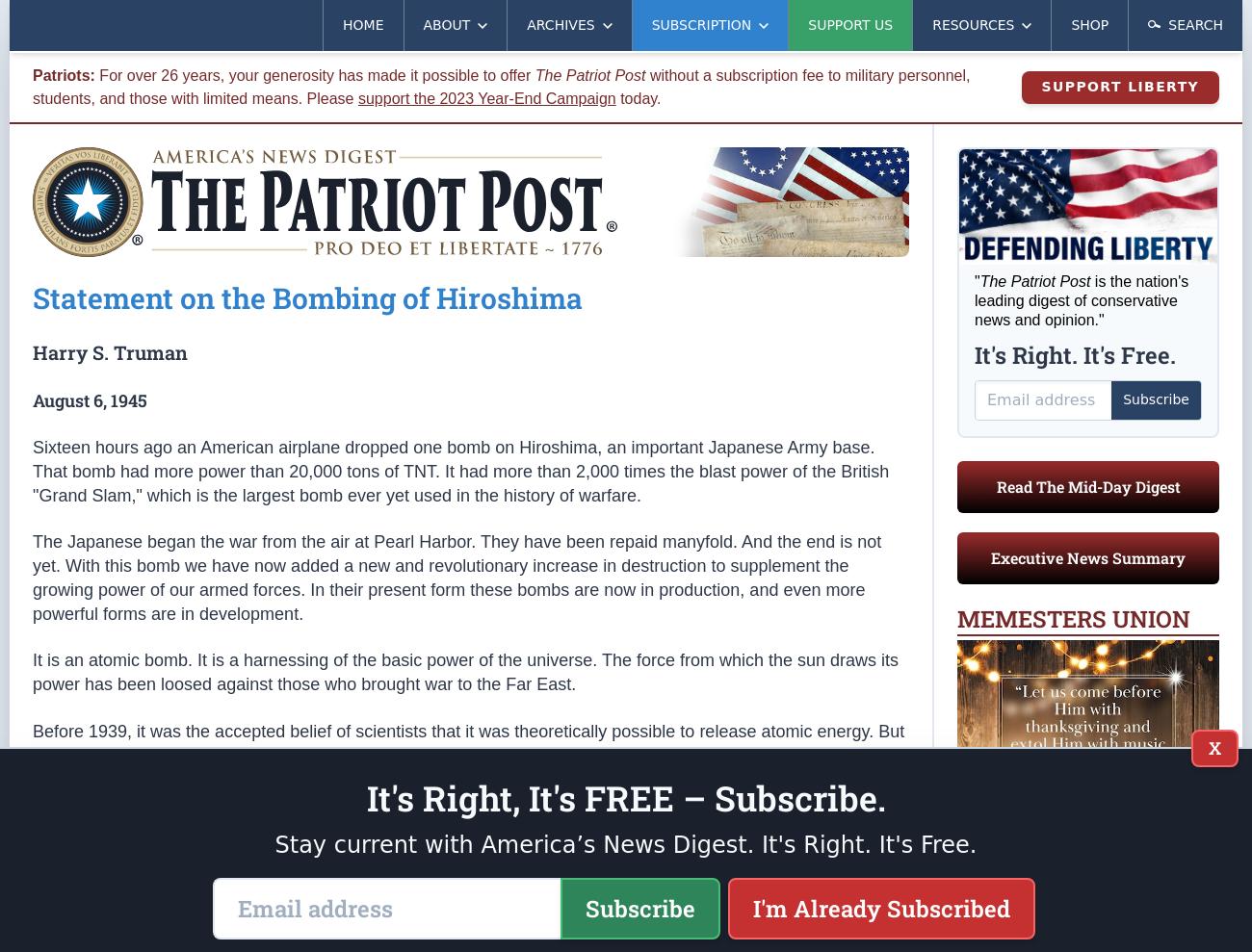 The image size is (1252, 952). What do you see at coordinates (467, 777) in the screenshot?
I see `'Before 1939, it was the accepted belief of scientists that it was theoretically possible to release atomic energy. But no one knew any practical method of doing it. By 1942, however, we knew that the Germans were working feverishly to find a way to add atomic energy to the other engines of war with which they hoped to enslave the world. But they failed. We may be grateful to Providence that the Germans got the V-1's and V-2's late and in limited quantities and even more grateful that they did not get the atomic bomb at all.'` at bounding box center [467, 777].